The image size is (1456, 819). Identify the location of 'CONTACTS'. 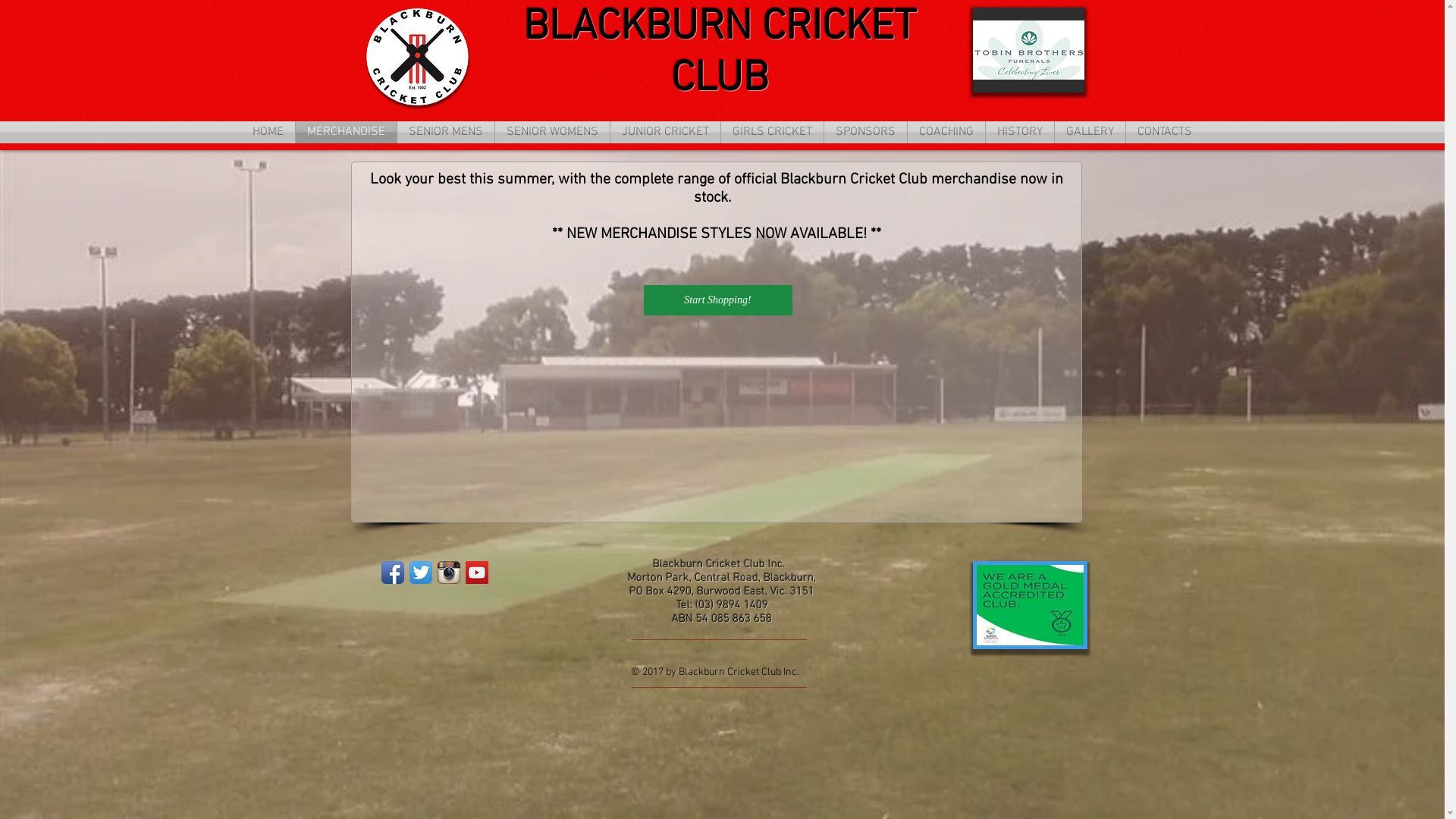
(1164, 131).